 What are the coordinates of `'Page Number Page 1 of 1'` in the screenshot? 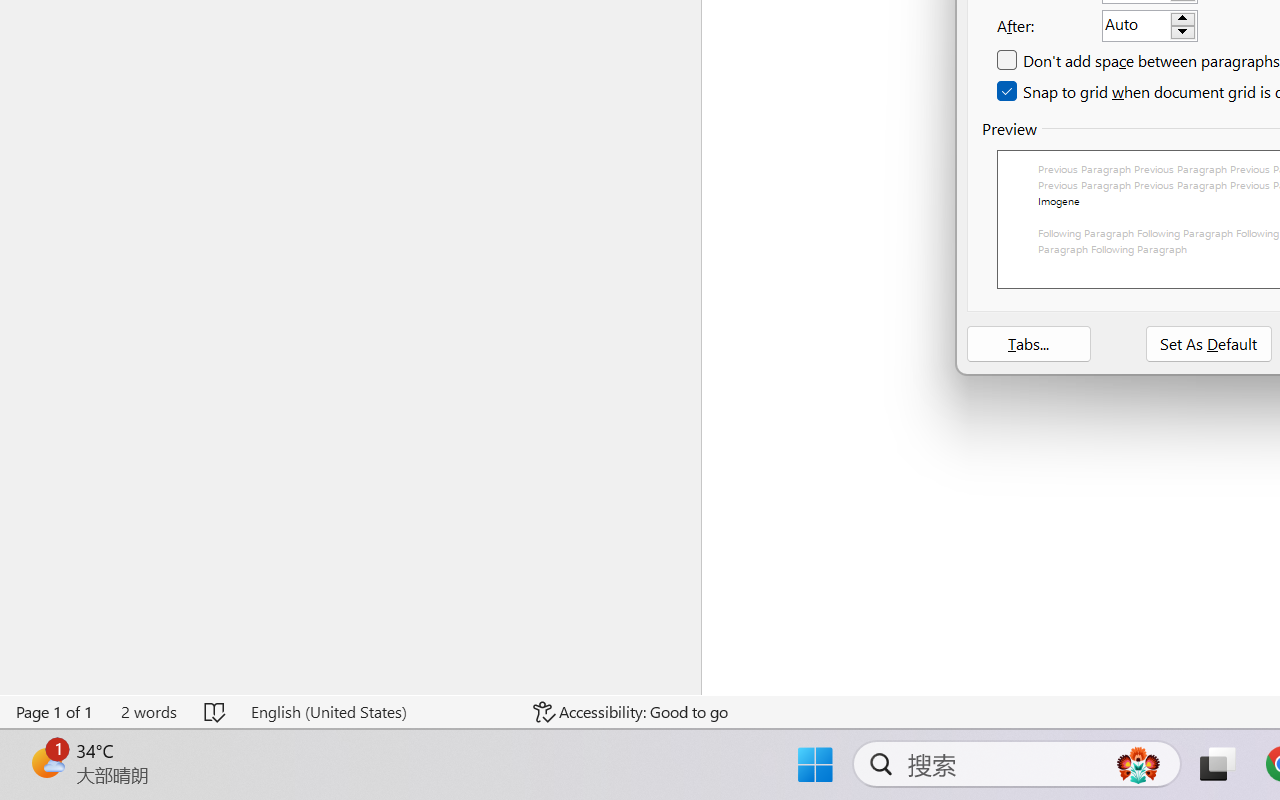 It's located at (55, 711).